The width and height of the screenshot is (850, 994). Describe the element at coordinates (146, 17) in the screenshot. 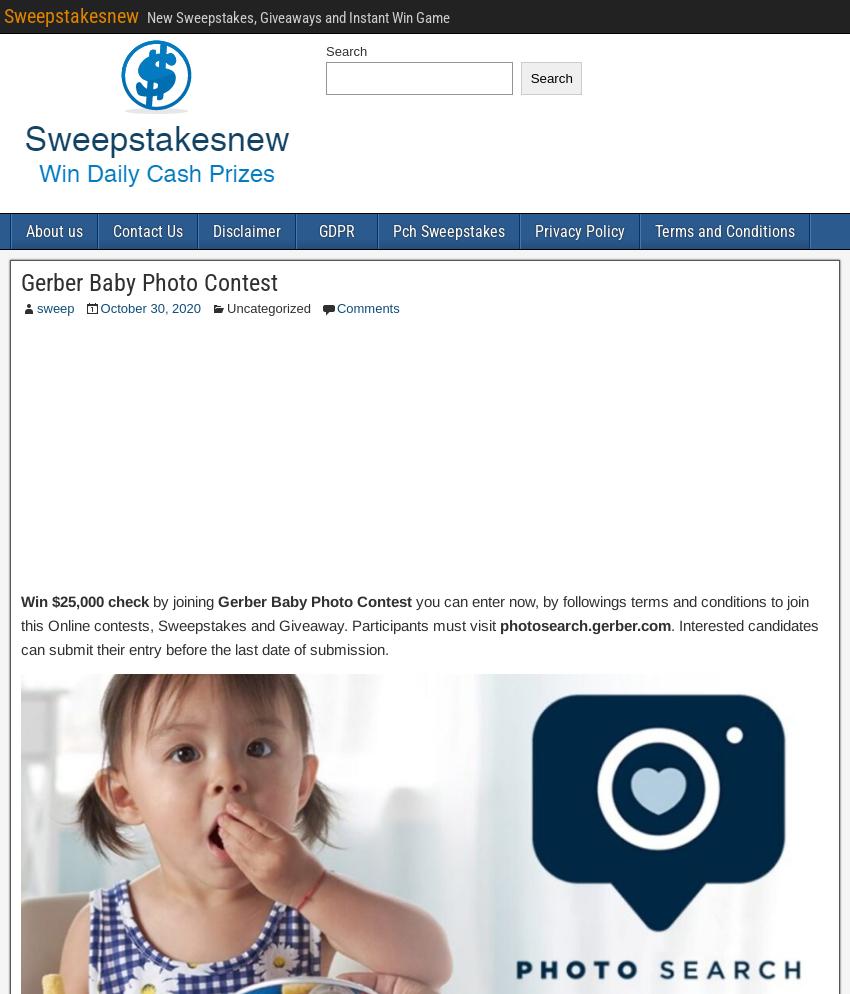

I see `'New Sweepstakes, Giveaways and Instant Win Game'` at that location.